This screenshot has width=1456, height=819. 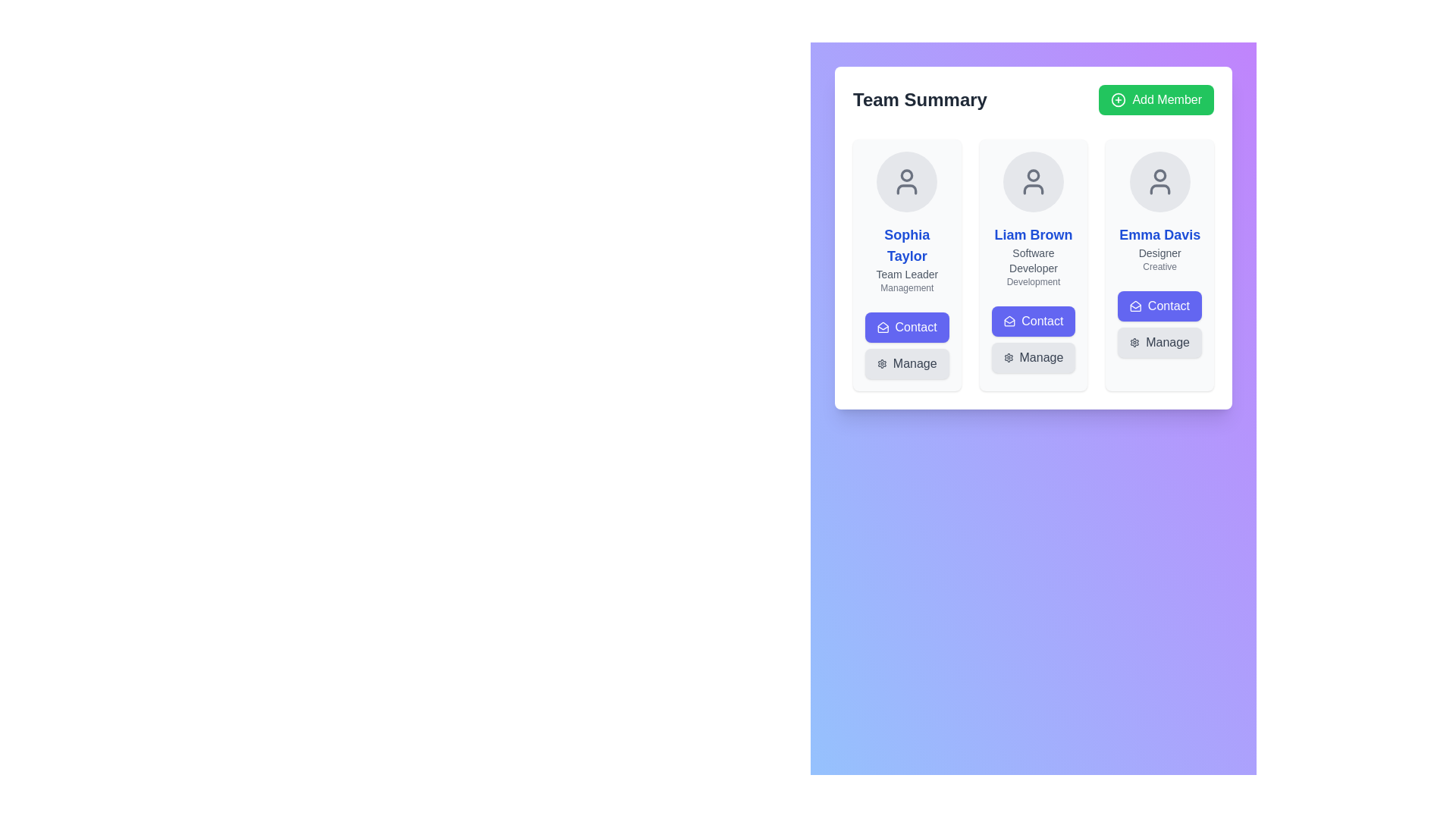 I want to click on the 'Add Member' button located in the top-right corner of the 'Team Summary' section to initiate adding a new member, so click(x=1156, y=99).